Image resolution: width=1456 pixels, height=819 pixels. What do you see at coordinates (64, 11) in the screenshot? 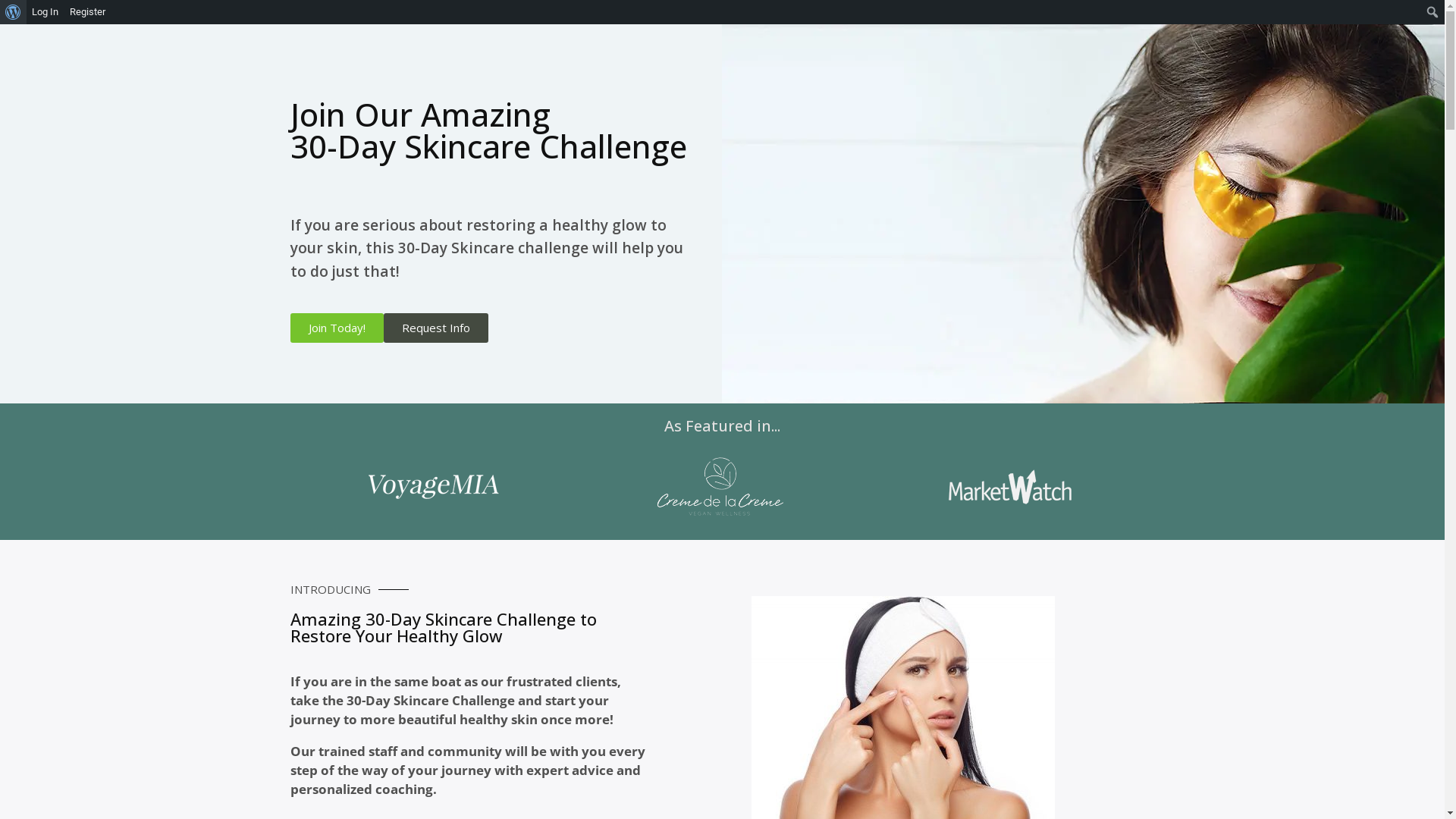
I see `'Register'` at bounding box center [64, 11].